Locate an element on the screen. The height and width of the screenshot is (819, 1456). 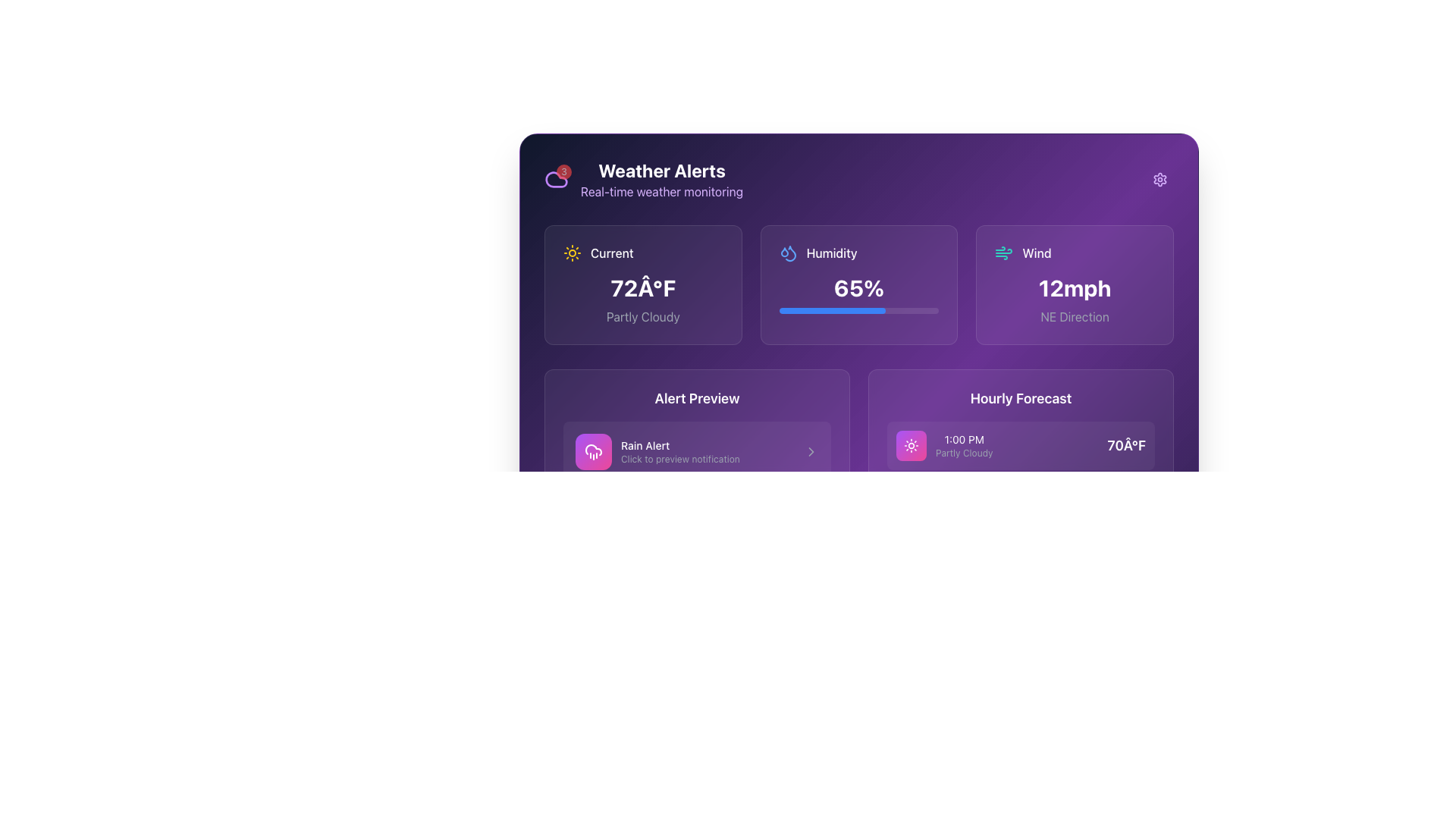
the UI element that provides the weather condition descriptor 'Partly Cloudy', located beneath '1:00 PM' in the 'Hourly Forecast' card is located at coordinates (963, 452).